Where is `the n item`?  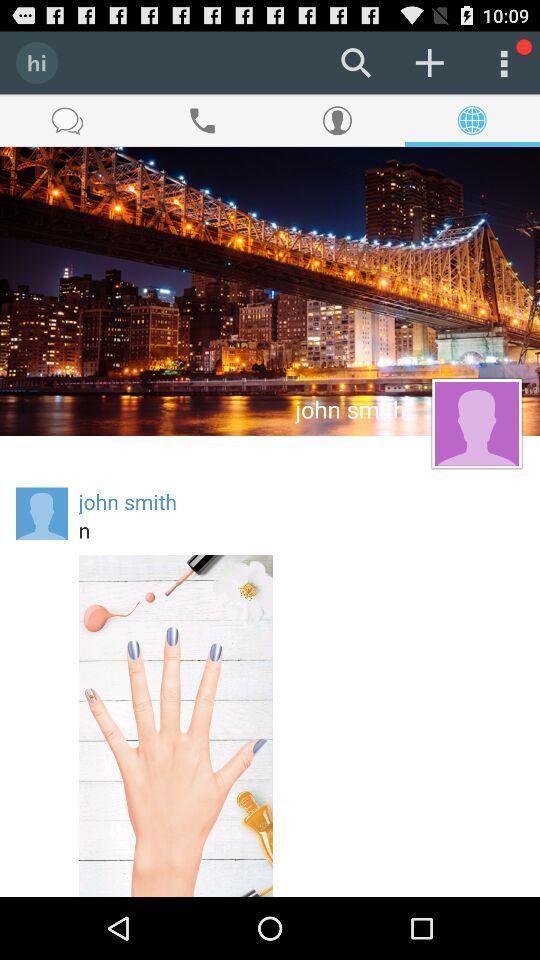 the n item is located at coordinates (300, 529).